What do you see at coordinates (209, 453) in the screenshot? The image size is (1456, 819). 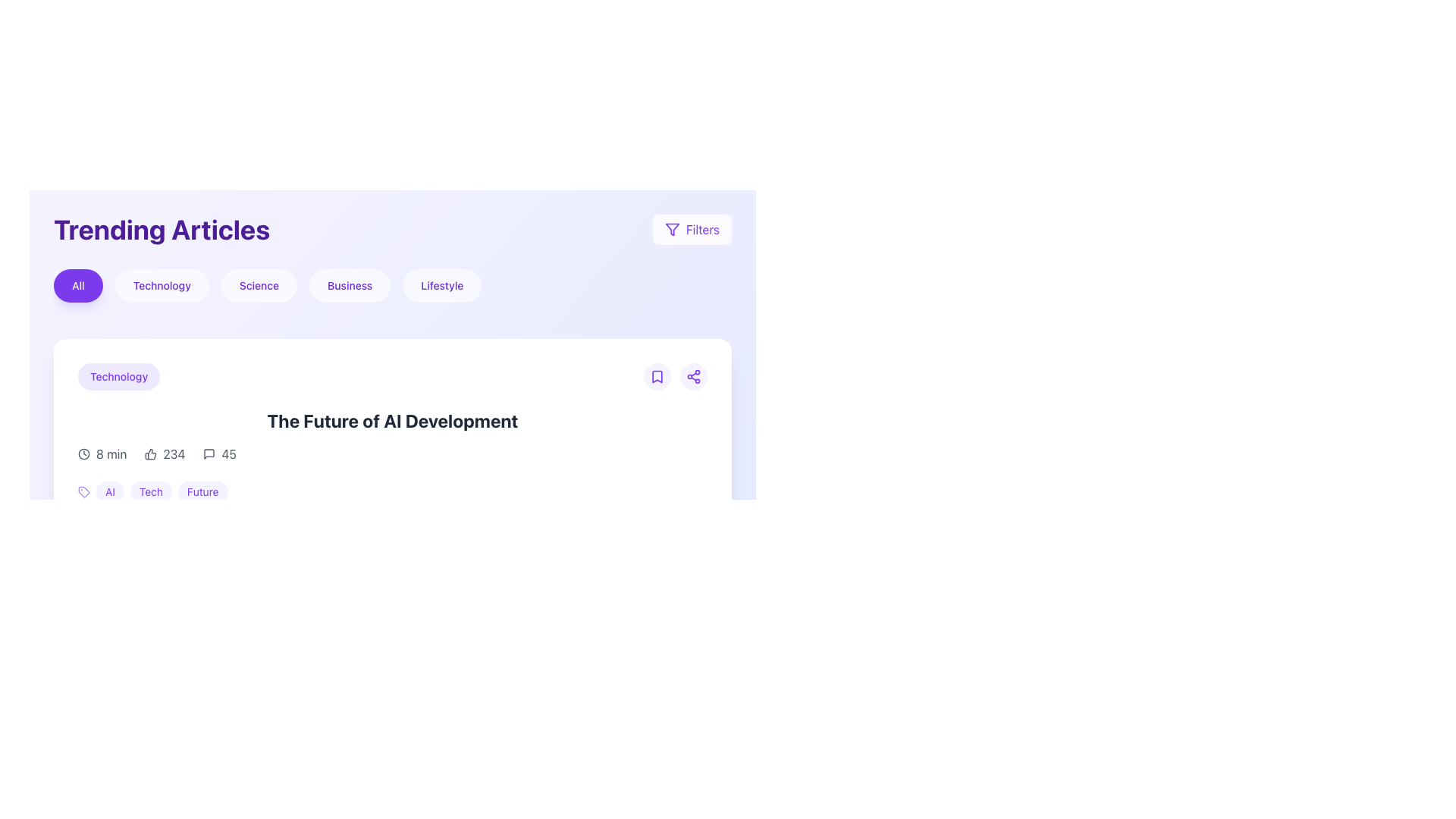 I see `the comment bubble icon located near the bottom-left corner of the highlighted article section` at bounding box center [209, 453].